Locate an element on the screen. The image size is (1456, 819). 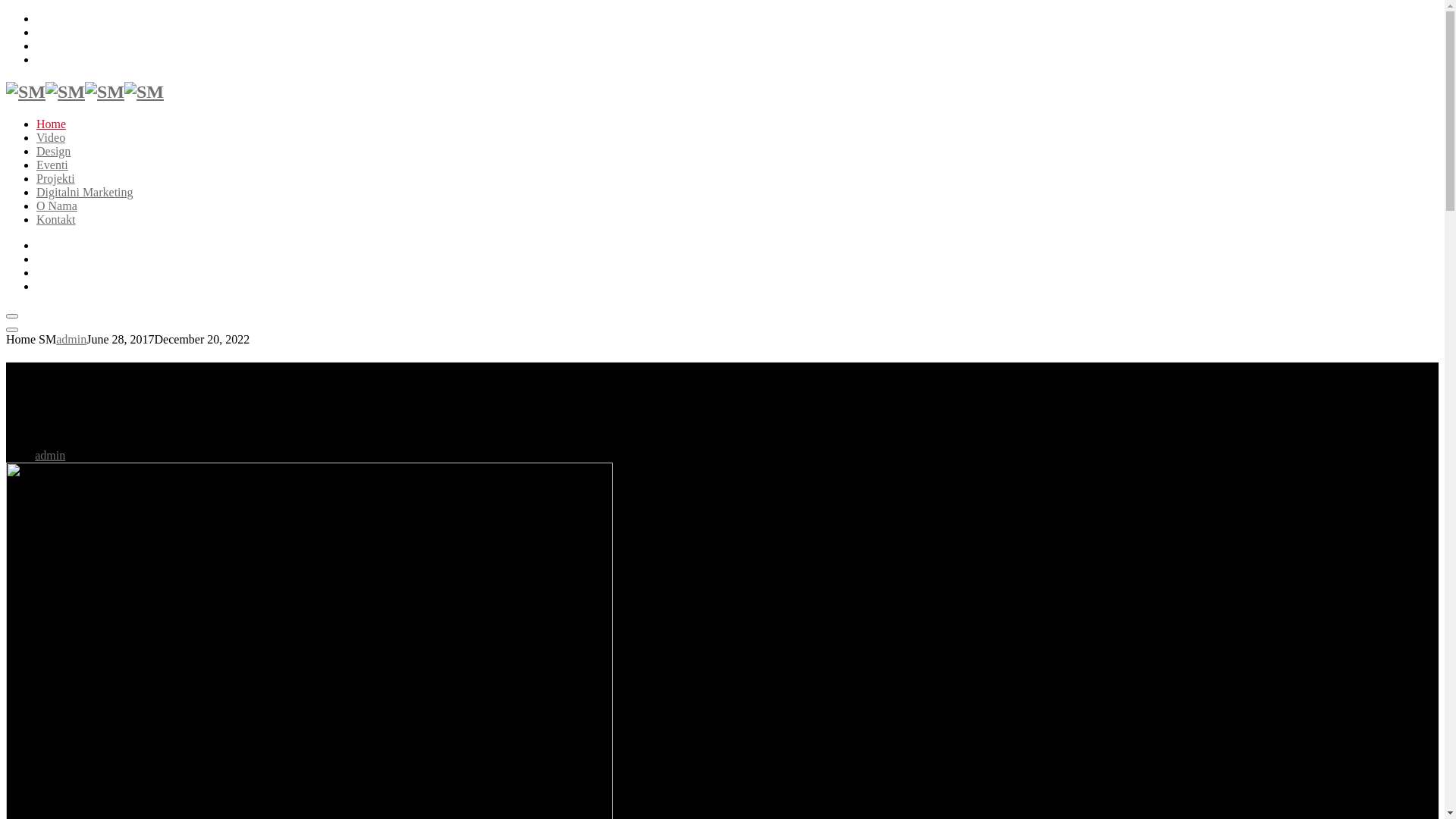
'O Nama' is located at coordinates (57, 206).